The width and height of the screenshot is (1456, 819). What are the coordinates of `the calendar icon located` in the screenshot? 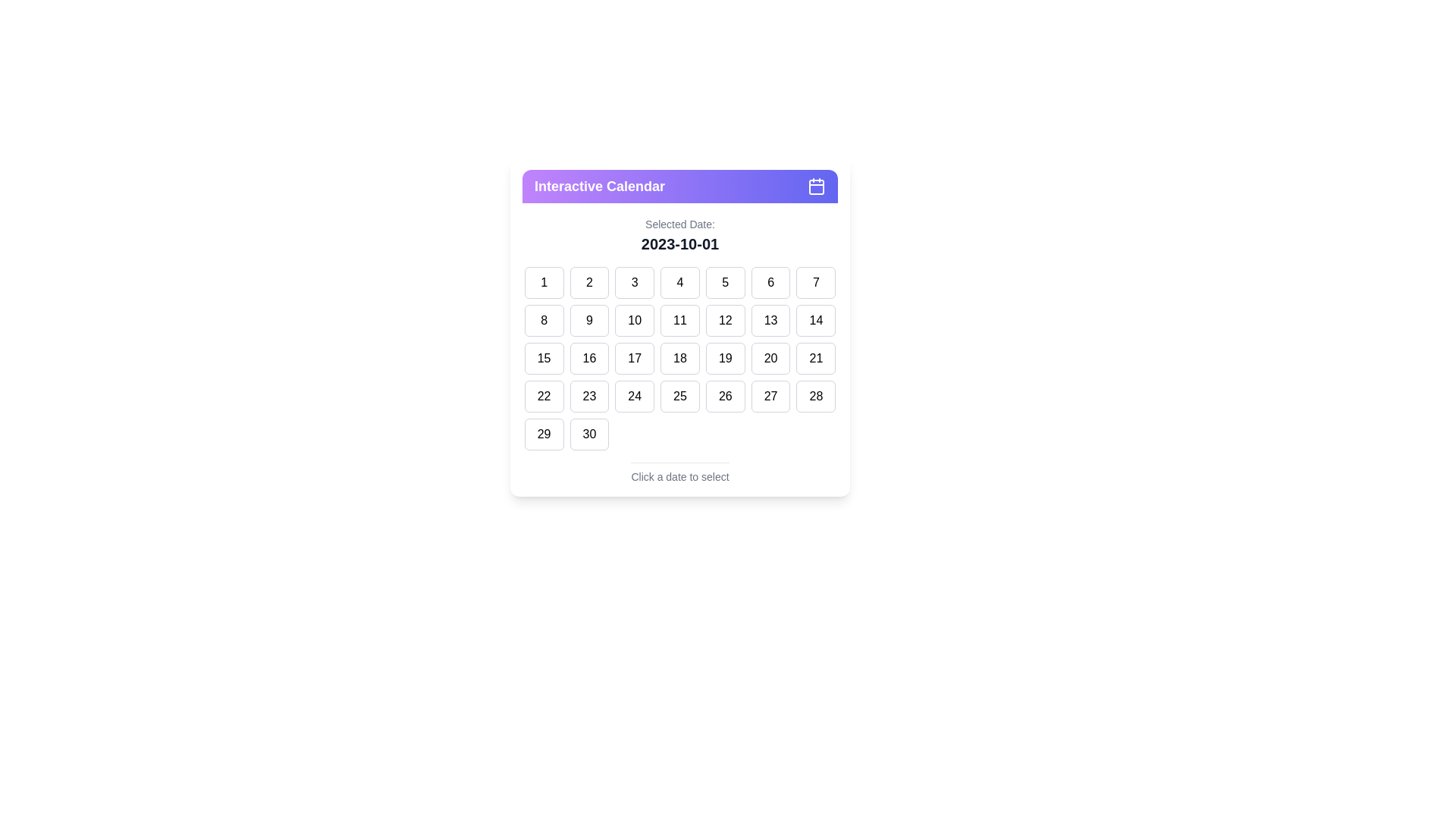 It's located at (815, 186).